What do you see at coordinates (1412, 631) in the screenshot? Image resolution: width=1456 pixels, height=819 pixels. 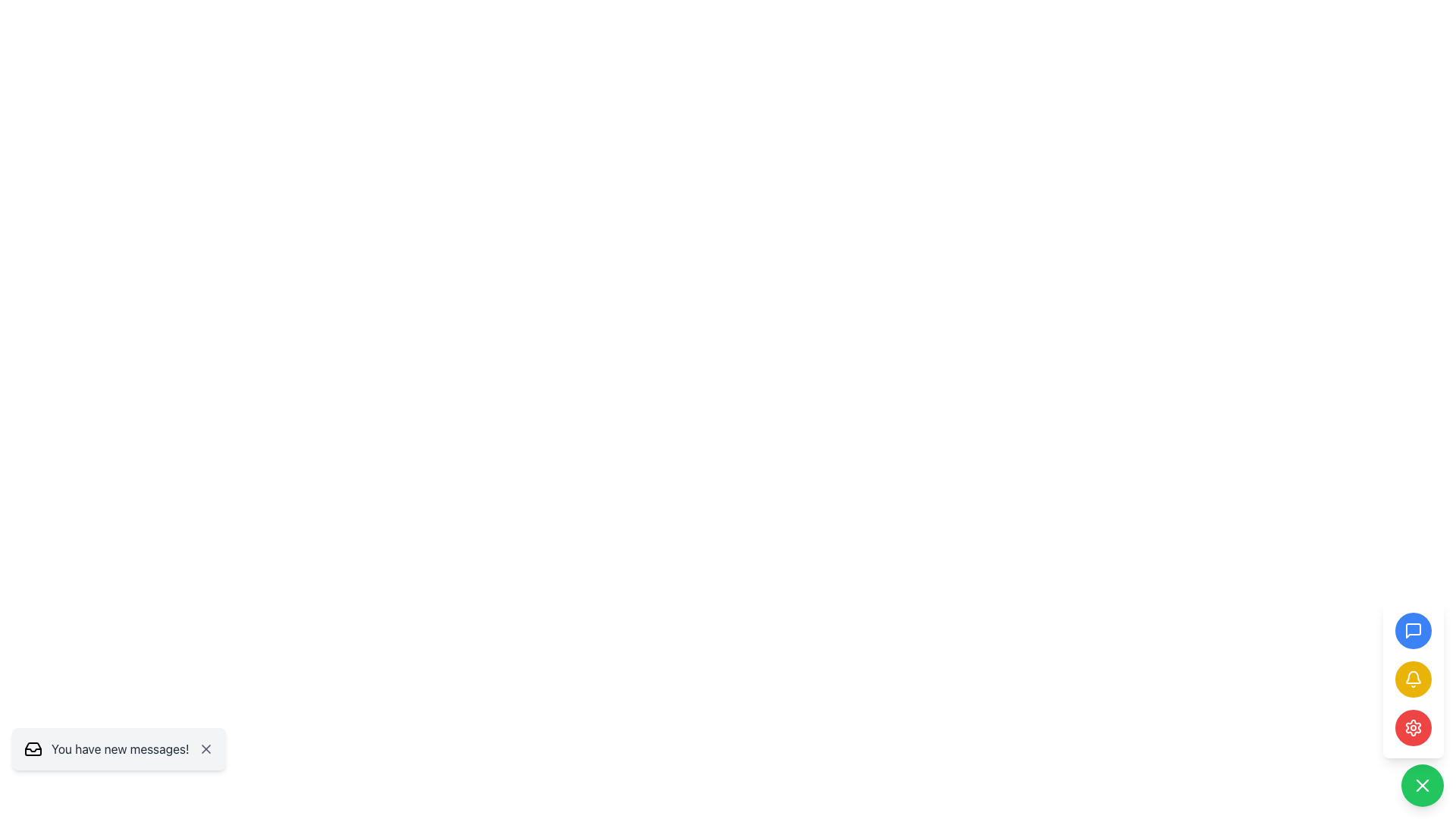 I see `the topmost blue circular button that represents messaging or communication` at bounding box center [1412, 631].